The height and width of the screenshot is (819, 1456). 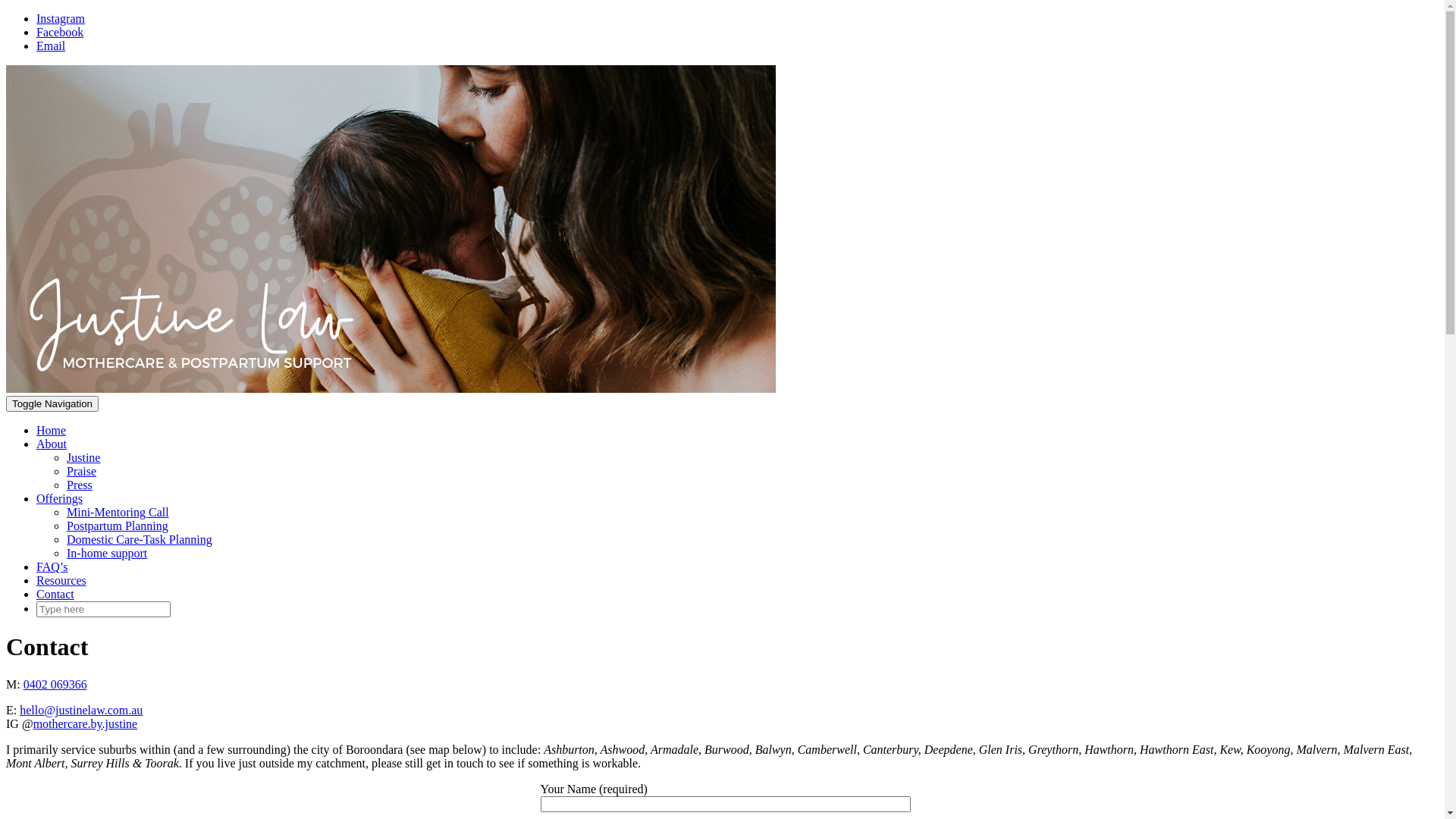 What do you see at coordinates (36, 580) in the screenshot?
I see `'Resources'` at bounding box center [36, 580].